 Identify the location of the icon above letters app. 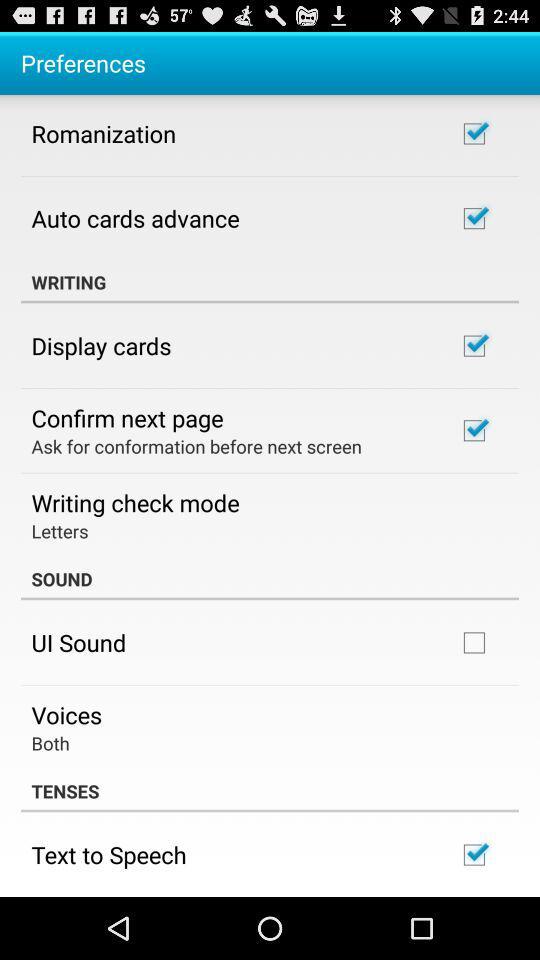
(135, 501).